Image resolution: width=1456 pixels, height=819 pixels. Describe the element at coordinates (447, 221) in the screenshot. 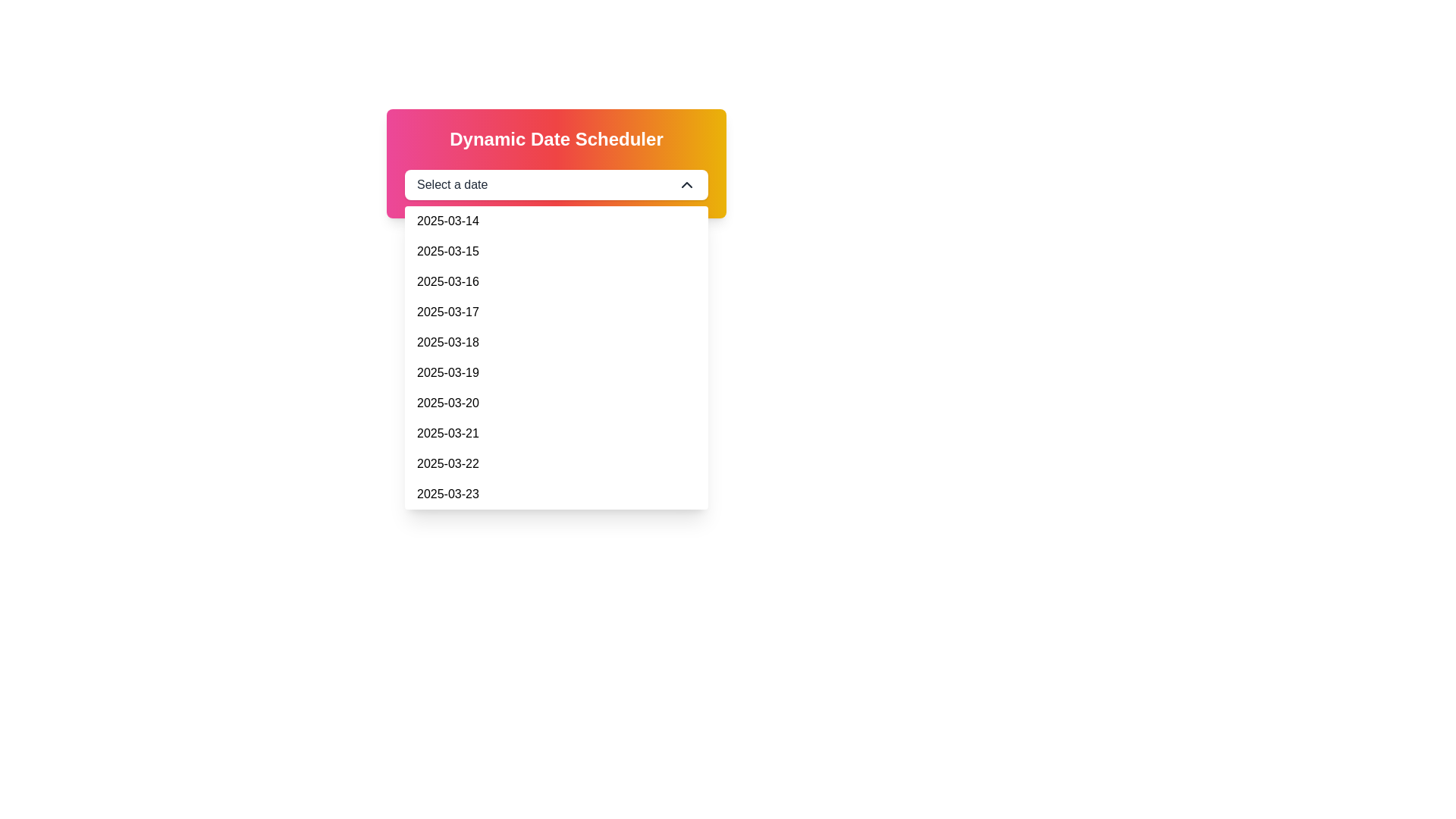

I see `the first item in the dropdown list representing the date '2025-03-14'` at that location.